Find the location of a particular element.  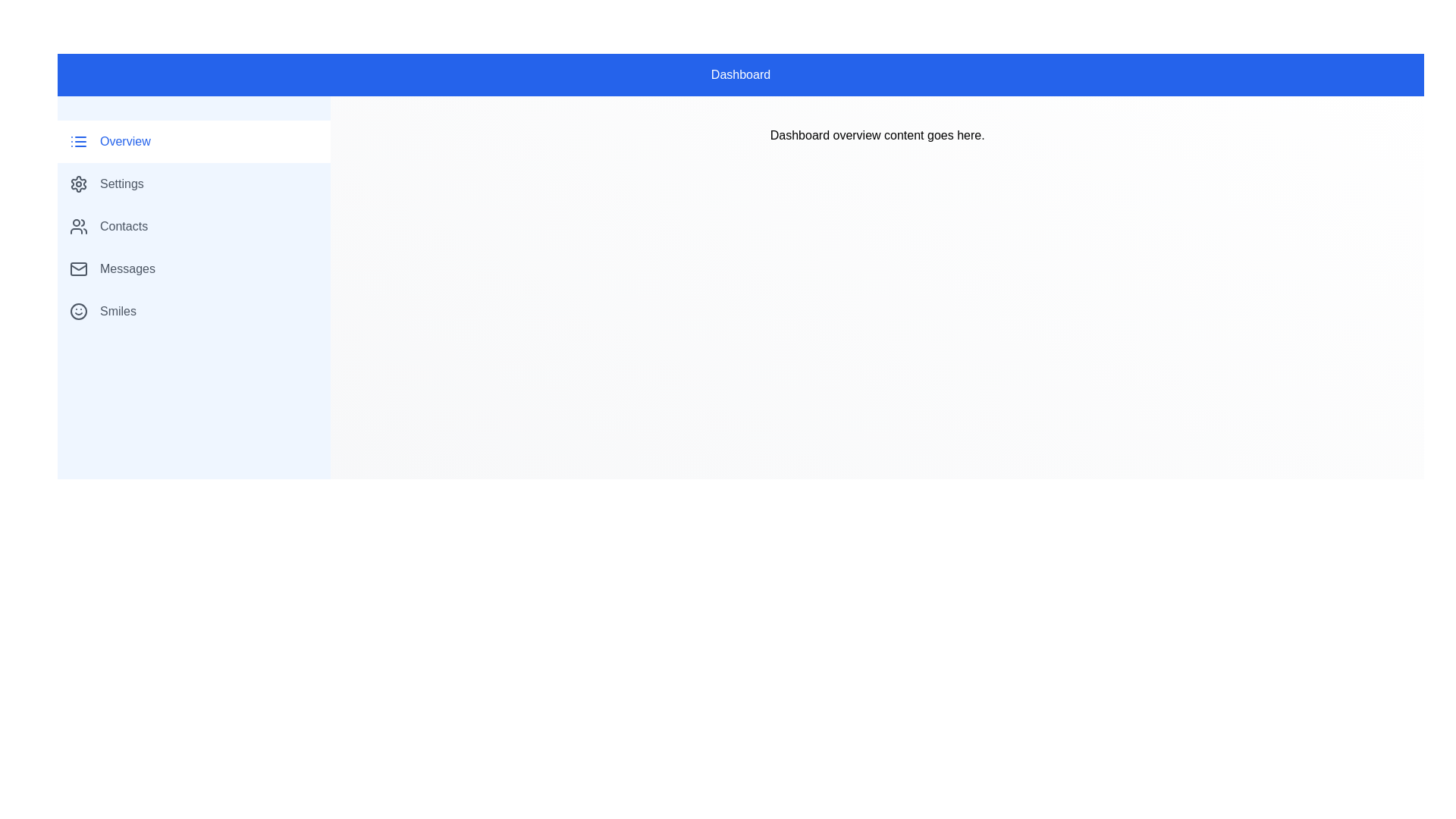

informational text located just below the top bar of the dashboard page, which serves as a placeholder indicating the contextual content or purpose is located at coordinates (877, 134).